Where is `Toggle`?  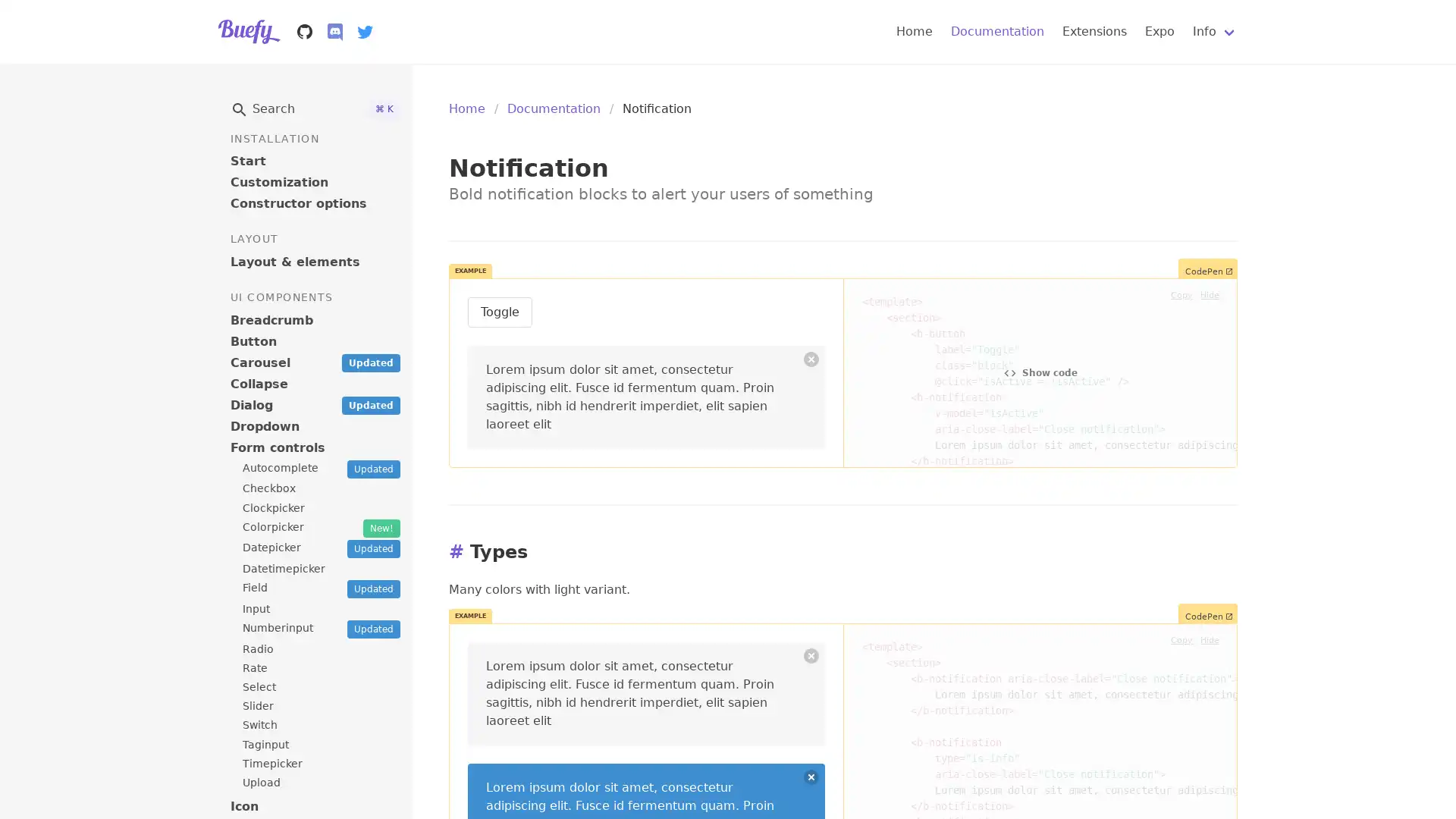
Toggle is located at coordinates (500, 312).